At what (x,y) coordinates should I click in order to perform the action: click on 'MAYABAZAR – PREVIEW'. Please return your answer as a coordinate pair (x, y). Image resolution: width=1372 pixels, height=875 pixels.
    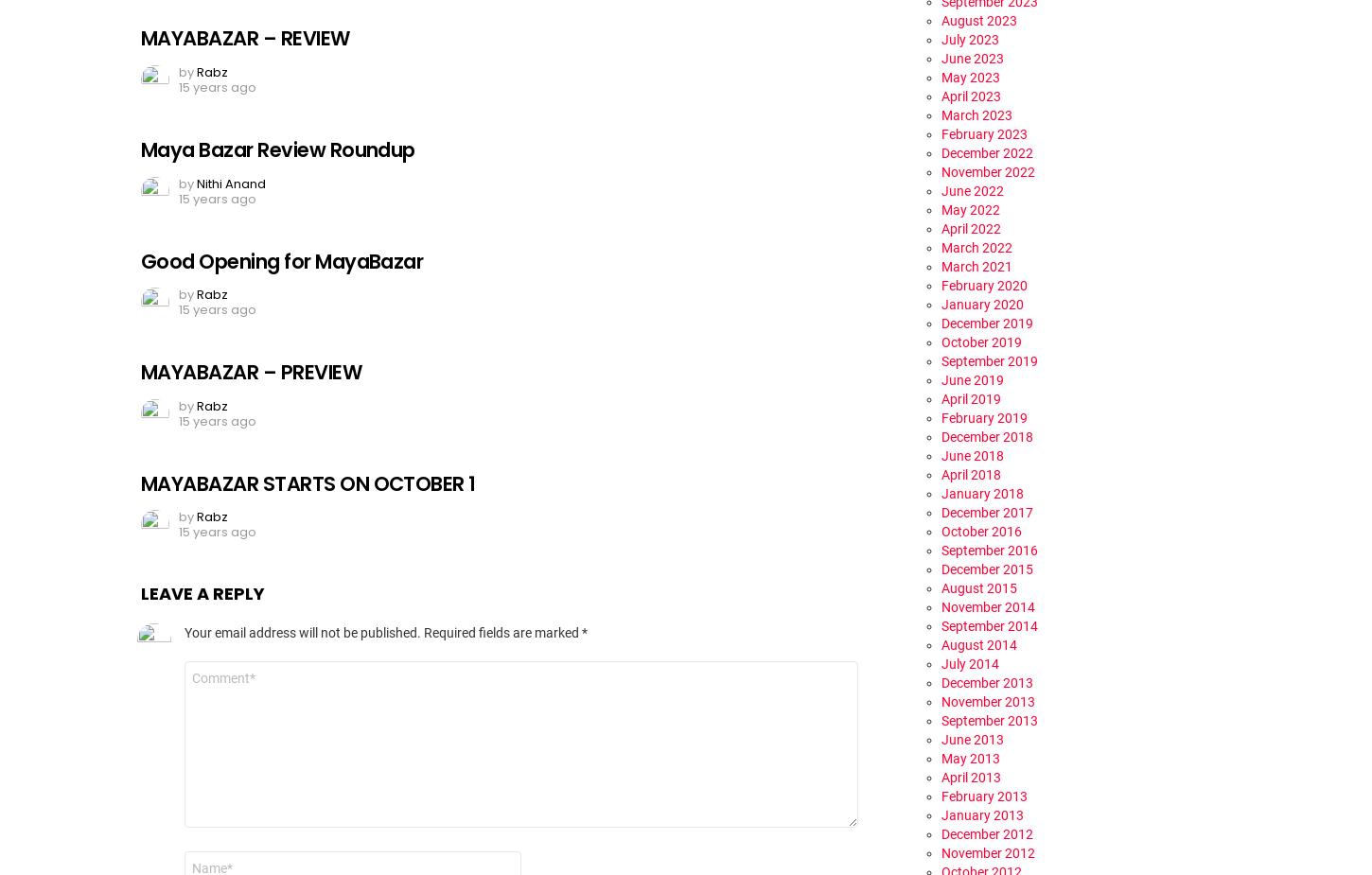
    Looking at the image, I should click on (251, 371).